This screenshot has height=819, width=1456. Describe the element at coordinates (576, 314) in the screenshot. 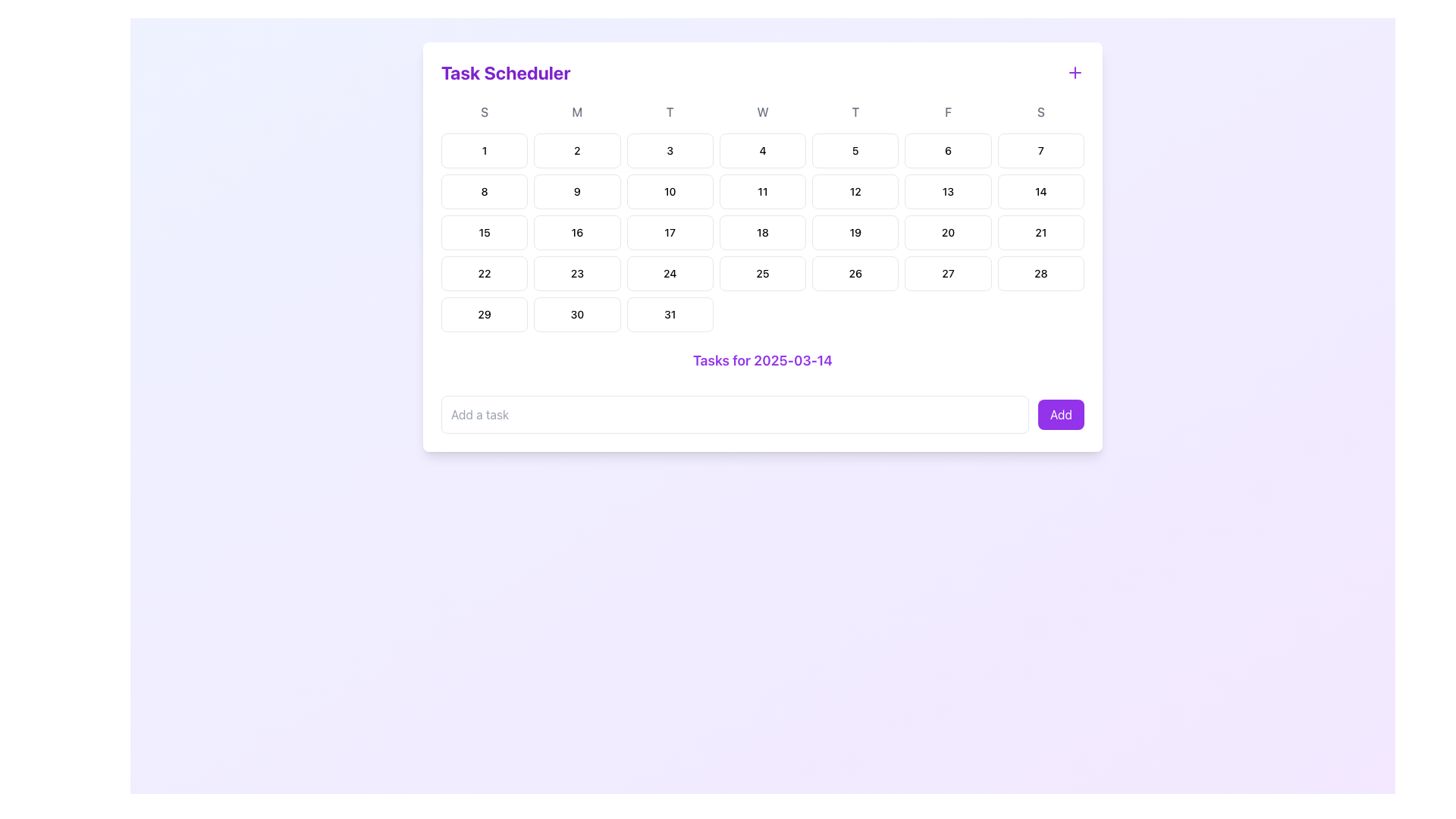

I see `the selectable day button in the Task Scheduler section, located in the last row of the calendar grid, which is the sixth item in its row` at that location.